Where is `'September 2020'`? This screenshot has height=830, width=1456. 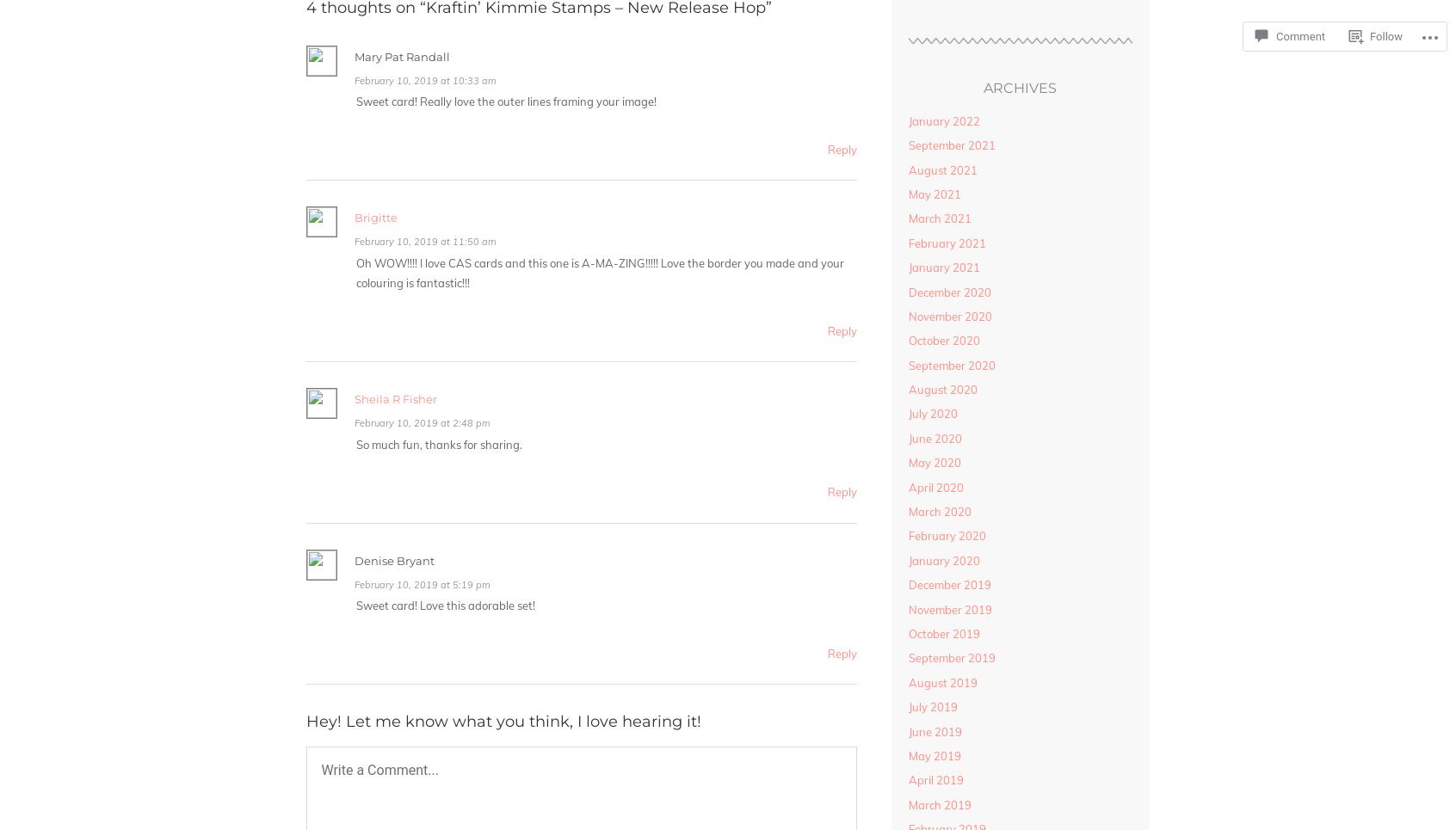
'September 2020' is located at coordinates (951, 365).